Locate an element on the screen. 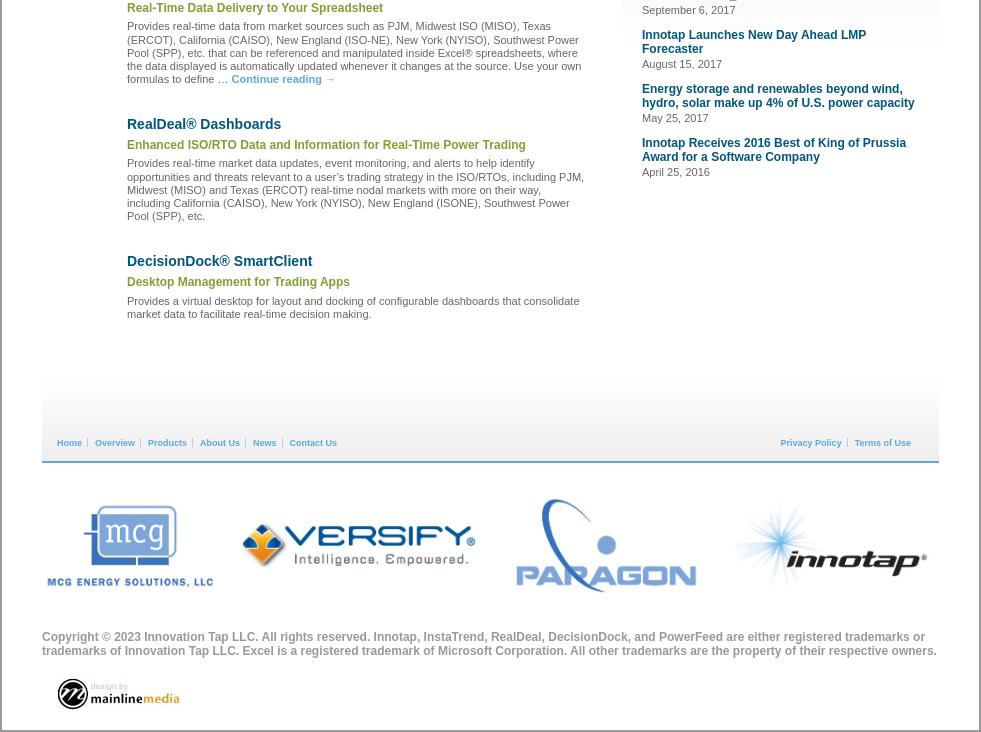 Image resolution: width=981 pixels, height=732 pixels. 'Provides real-time market data updates, event monitoring, and alerts to help identify opportunities and threats relevant to a user’s trading strategy in the ISO/RTOs, including PJM, Midwest (MISO) and Texas (ERCOT) real-time nodal markets with more on their way, including California (CAISO), New York (NYISO), New England (ISONE), Southwest Power Pool (SPP), etc.' is located at coordinates (126, 188).